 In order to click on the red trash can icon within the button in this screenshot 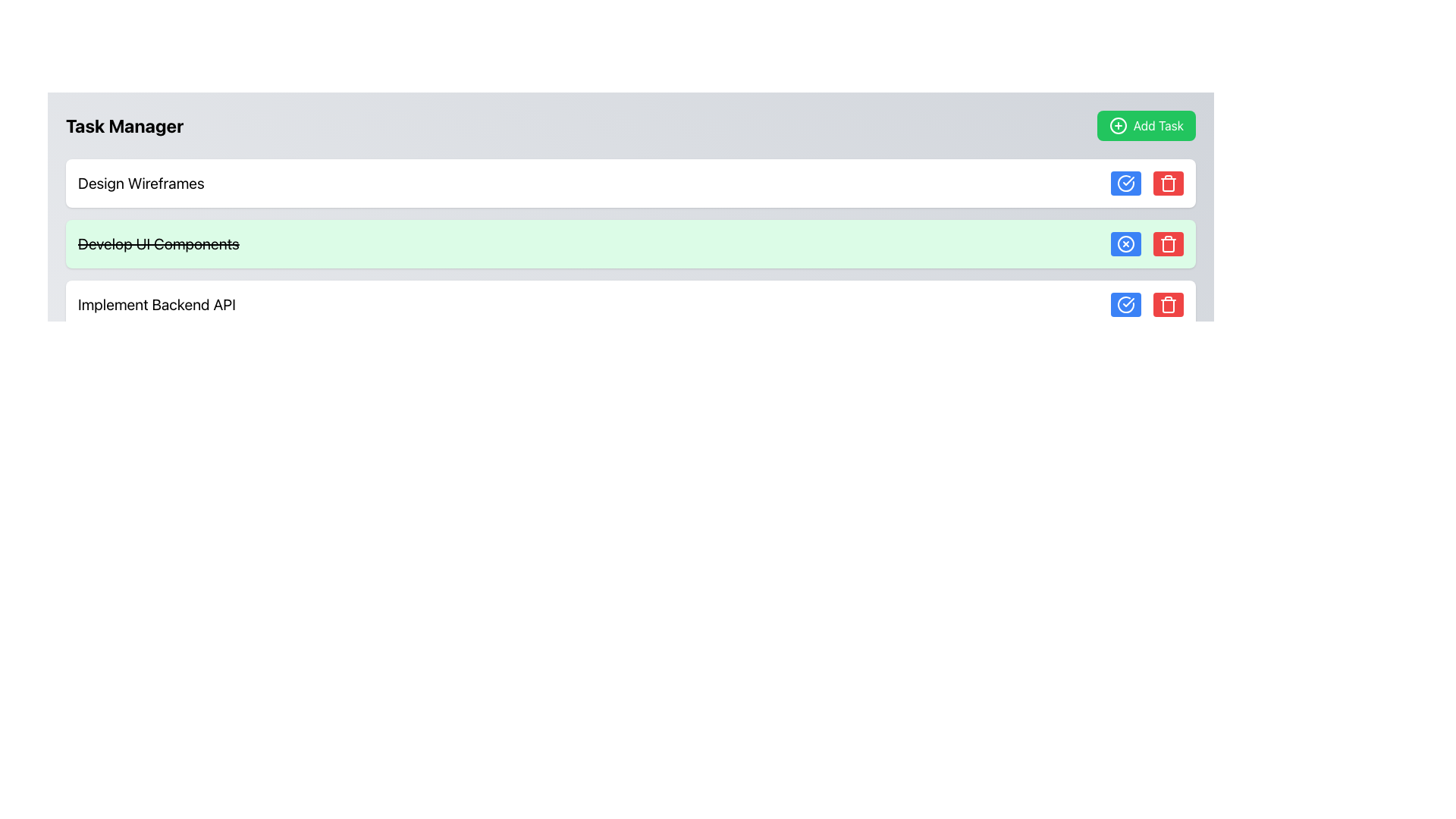, I will do `click(1167, 183)`.